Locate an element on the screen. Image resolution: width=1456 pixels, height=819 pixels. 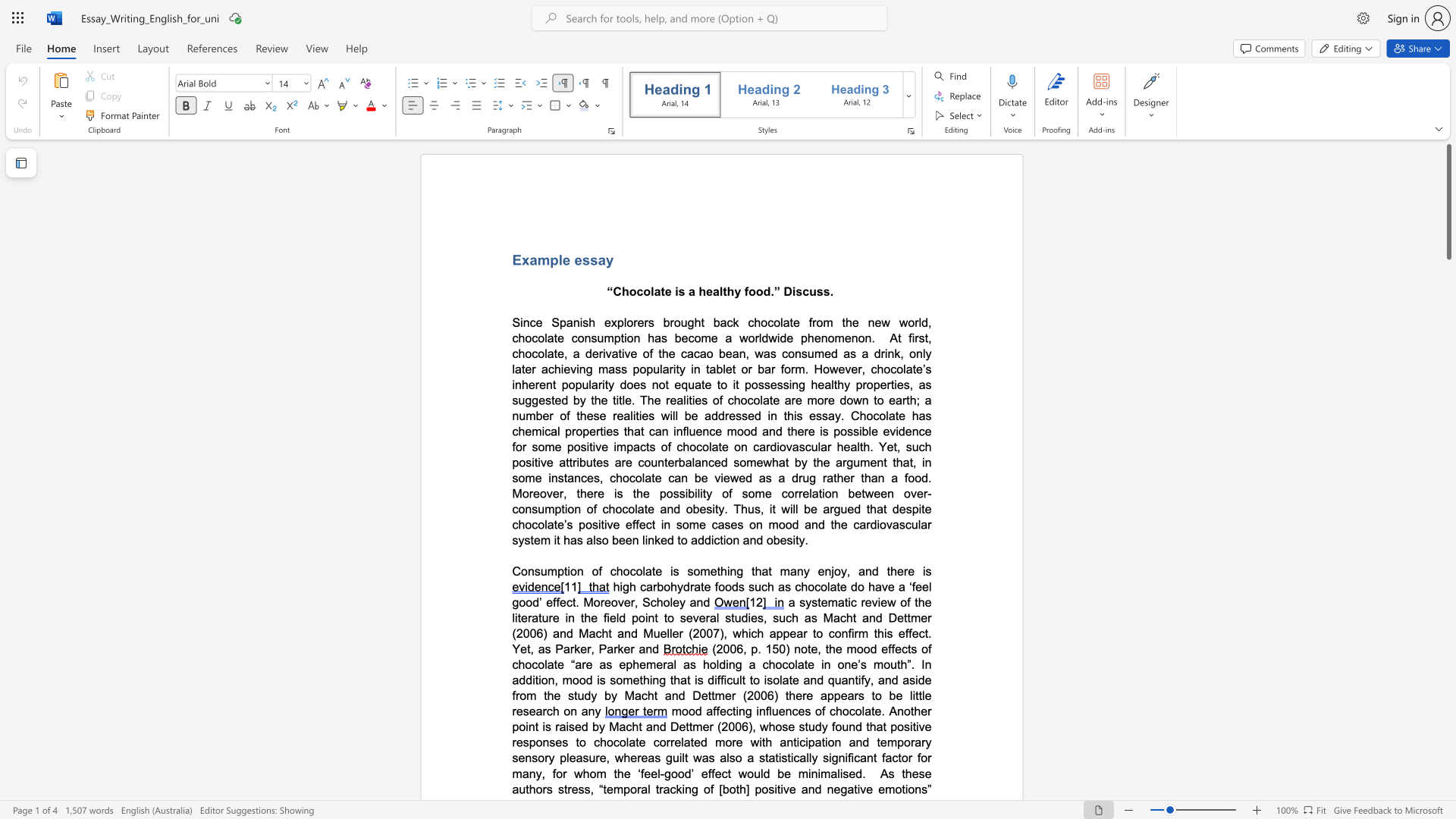
the vertical scrollbar to lower the page content is located at coordinates (1448, 271).